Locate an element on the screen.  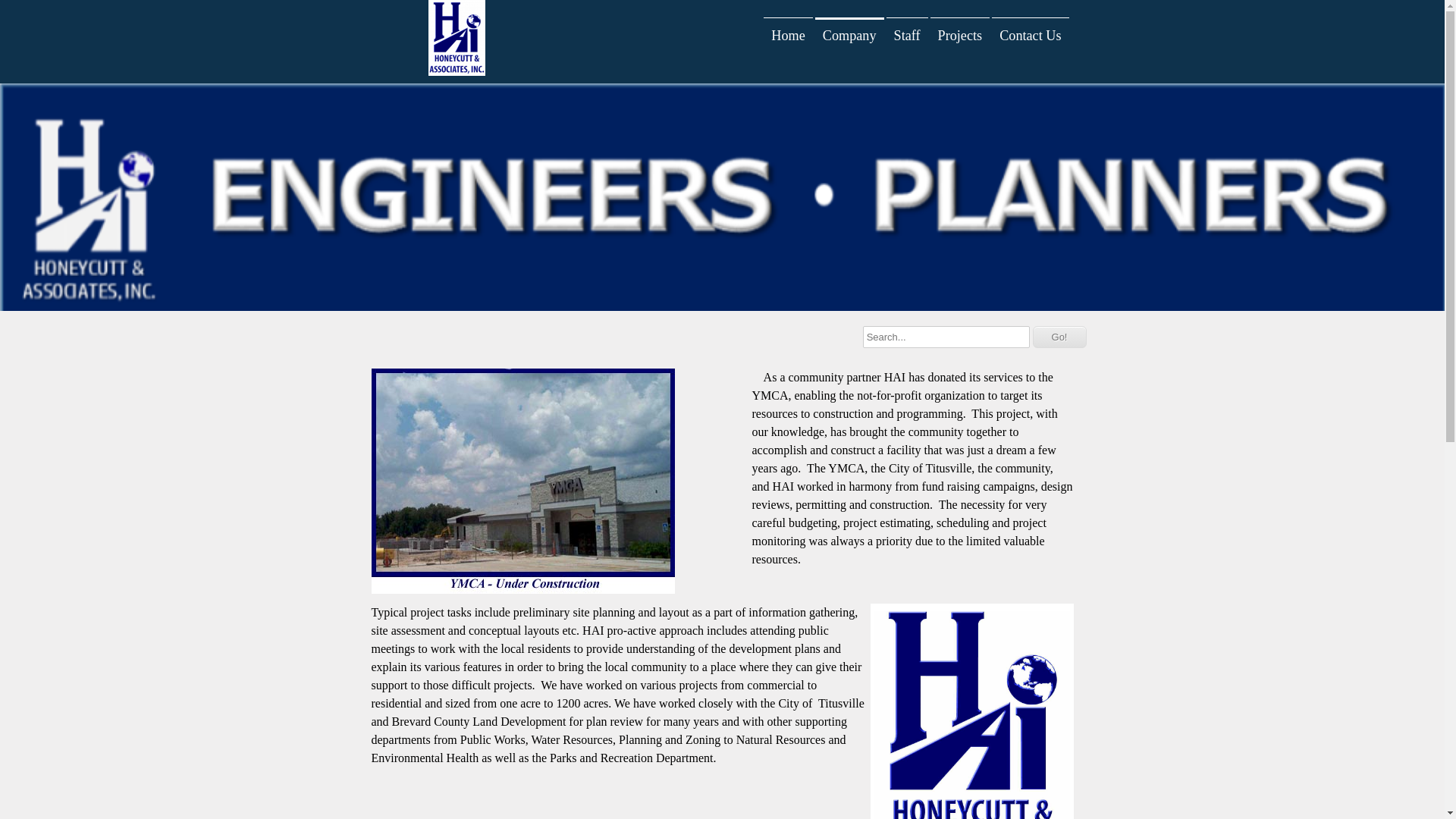
'Projects' is located at coordinates (959, 34).